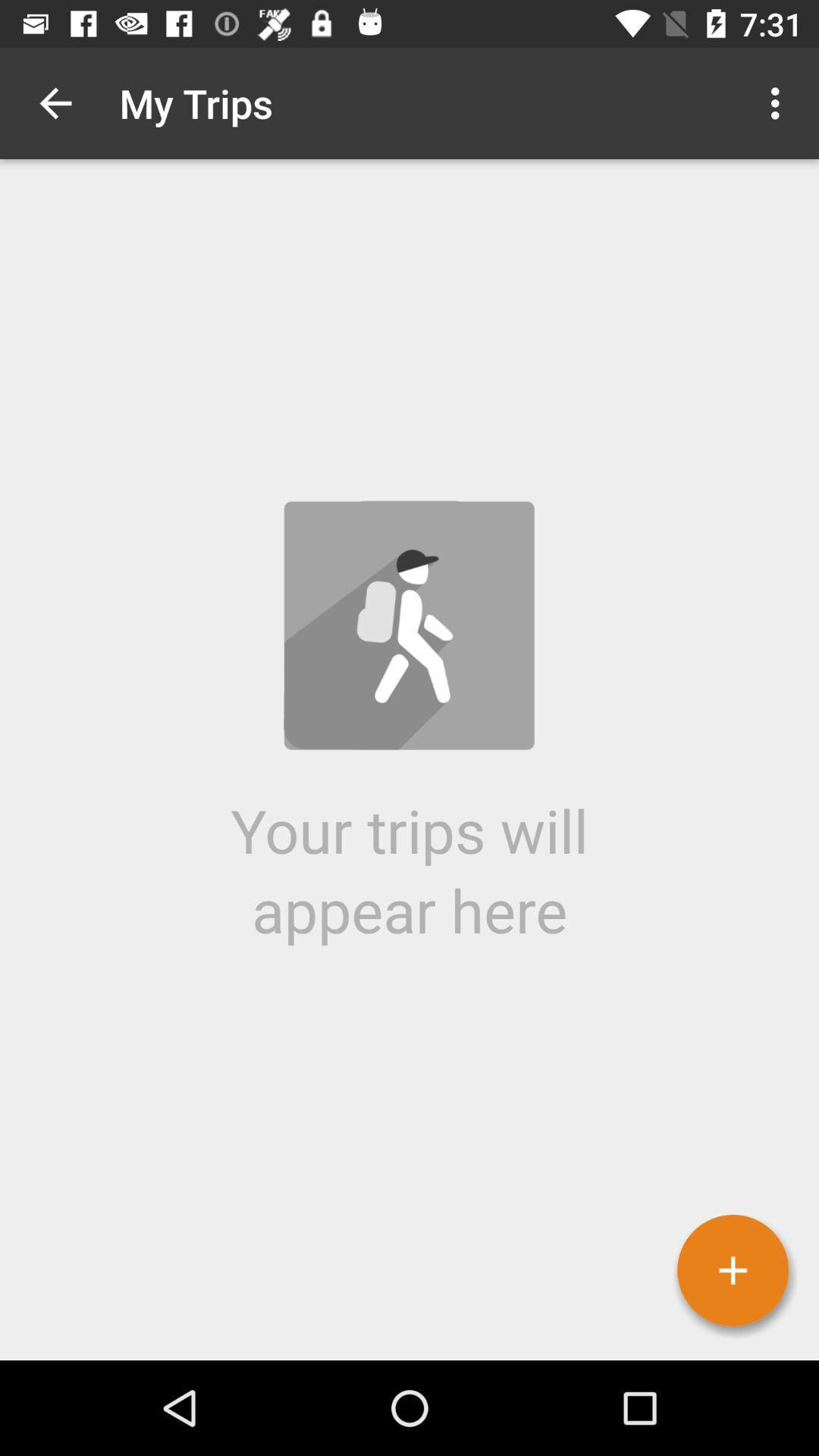 The height and width of the screenshot is (1456, 819). I want to click on the icon above your trips will icon, so click(779, 102).